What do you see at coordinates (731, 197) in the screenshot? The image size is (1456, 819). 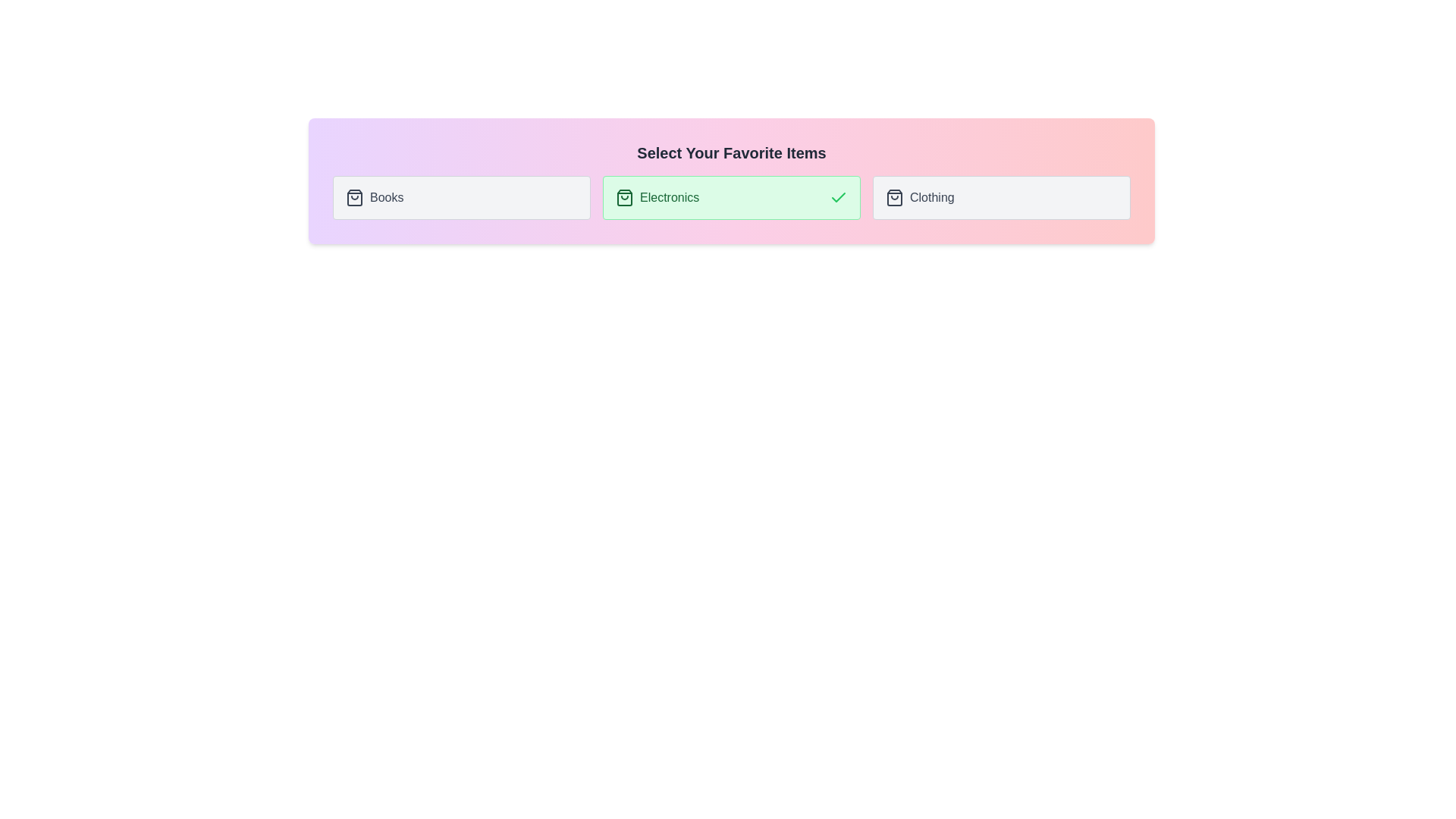 I see `the item labeled Electronics` at bounding box center [731, 197].